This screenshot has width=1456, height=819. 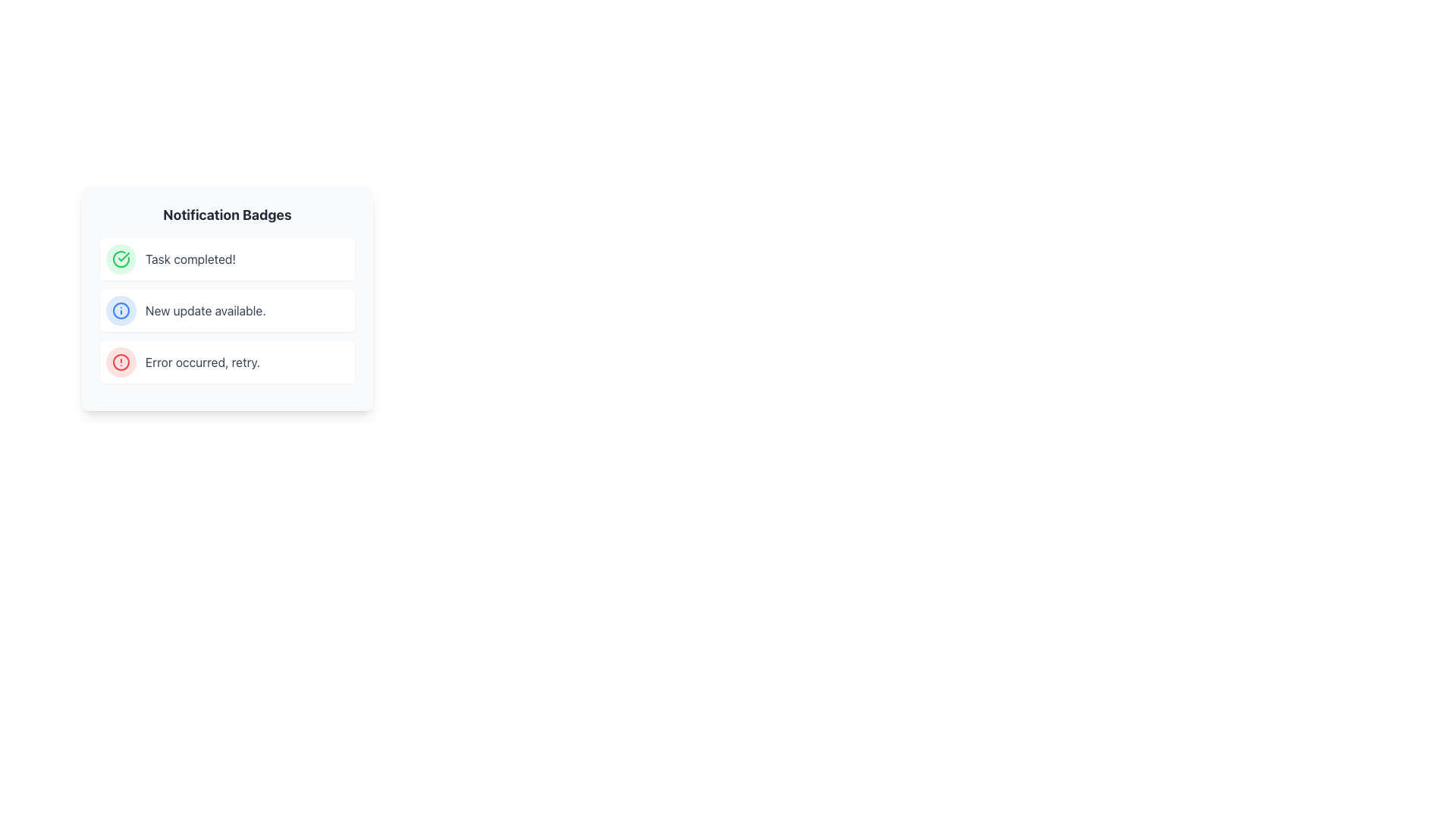 What do you see at coordinates (190, 259) in the screenshot?
I see `the Text label that indicates a successfully completed task, located on the right side of a checkmark icon in a green circular background, within a notification badge in the first row of a list` at bounding box center [190, 259].